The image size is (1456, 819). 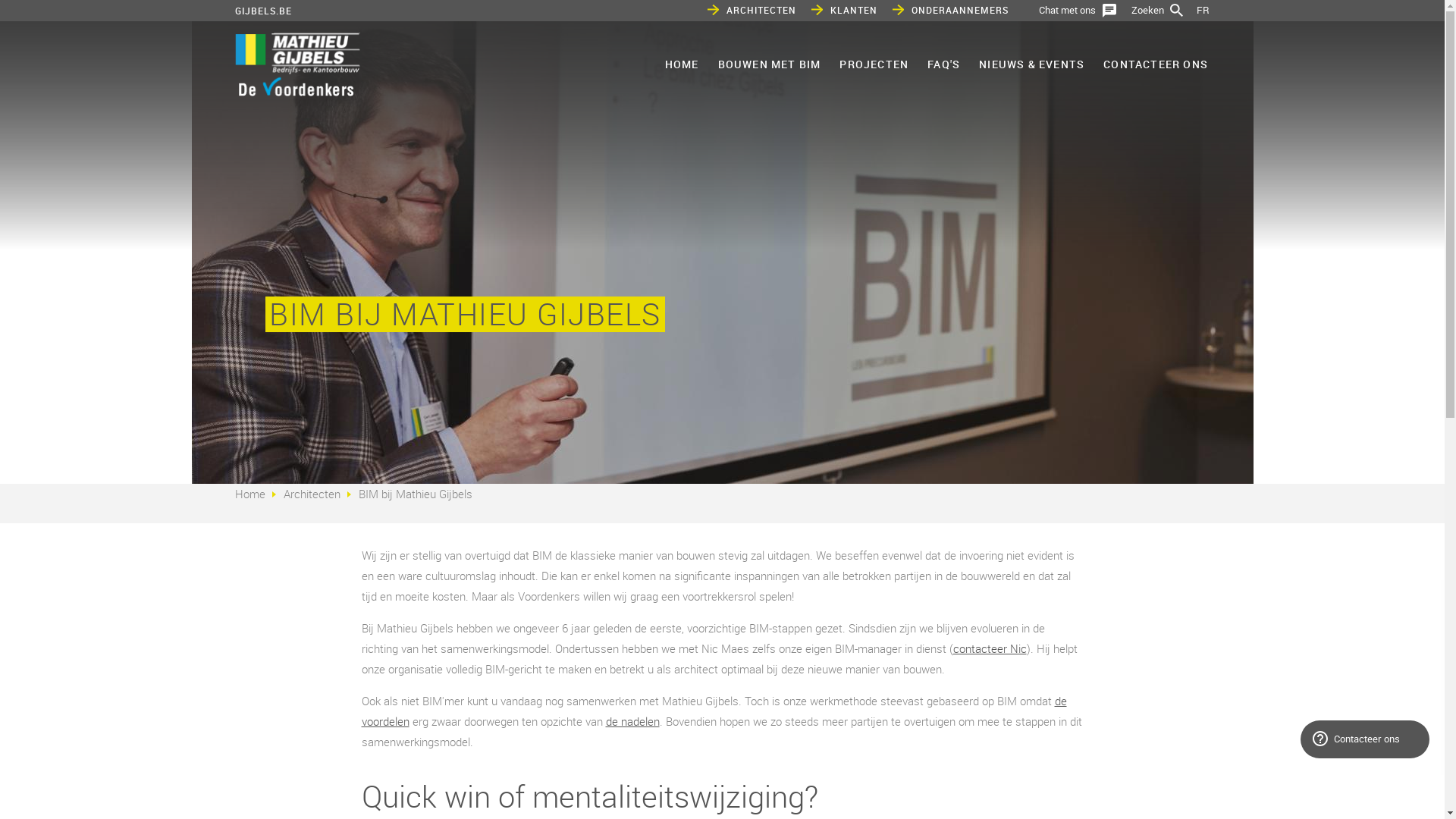 What do you see at coordinates (263, 11) in the screenshot?
I see `'GIJBELS.BE'` at bounding box center [263, 11].